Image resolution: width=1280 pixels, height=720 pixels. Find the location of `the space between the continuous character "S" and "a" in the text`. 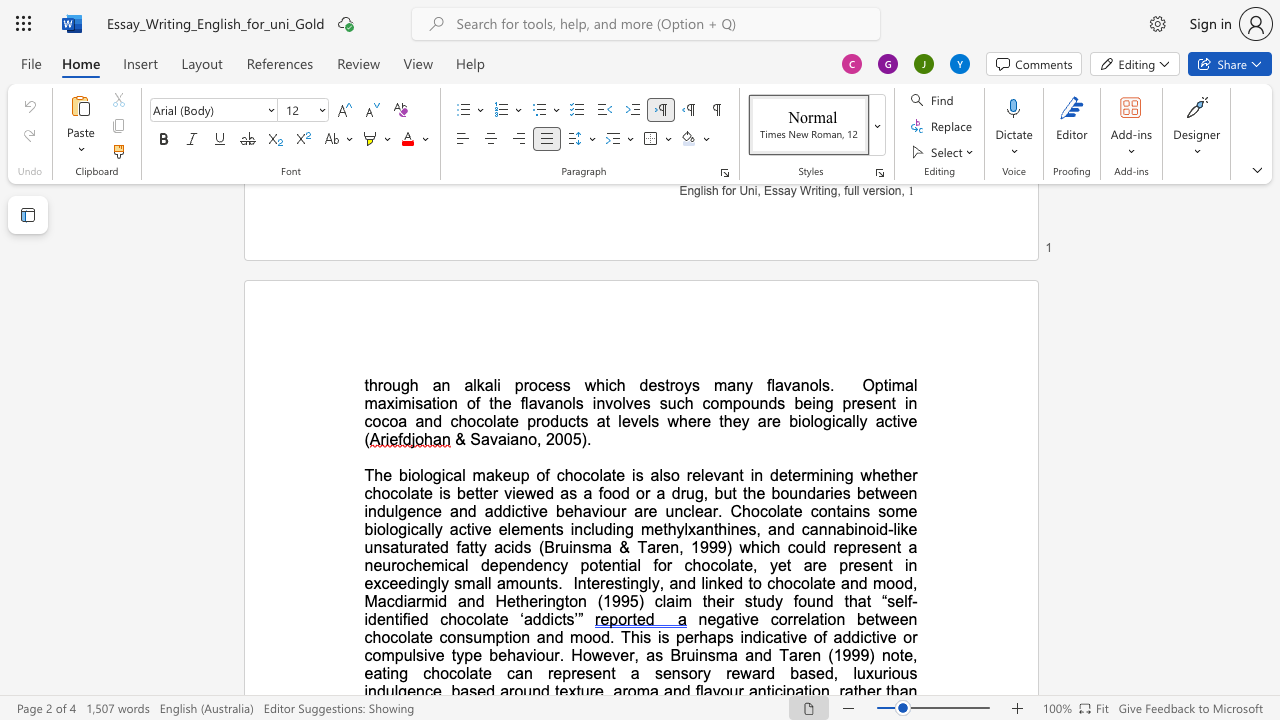

the space between the continuous character "S" and "a" in the text is located at coordinates (480, 438).